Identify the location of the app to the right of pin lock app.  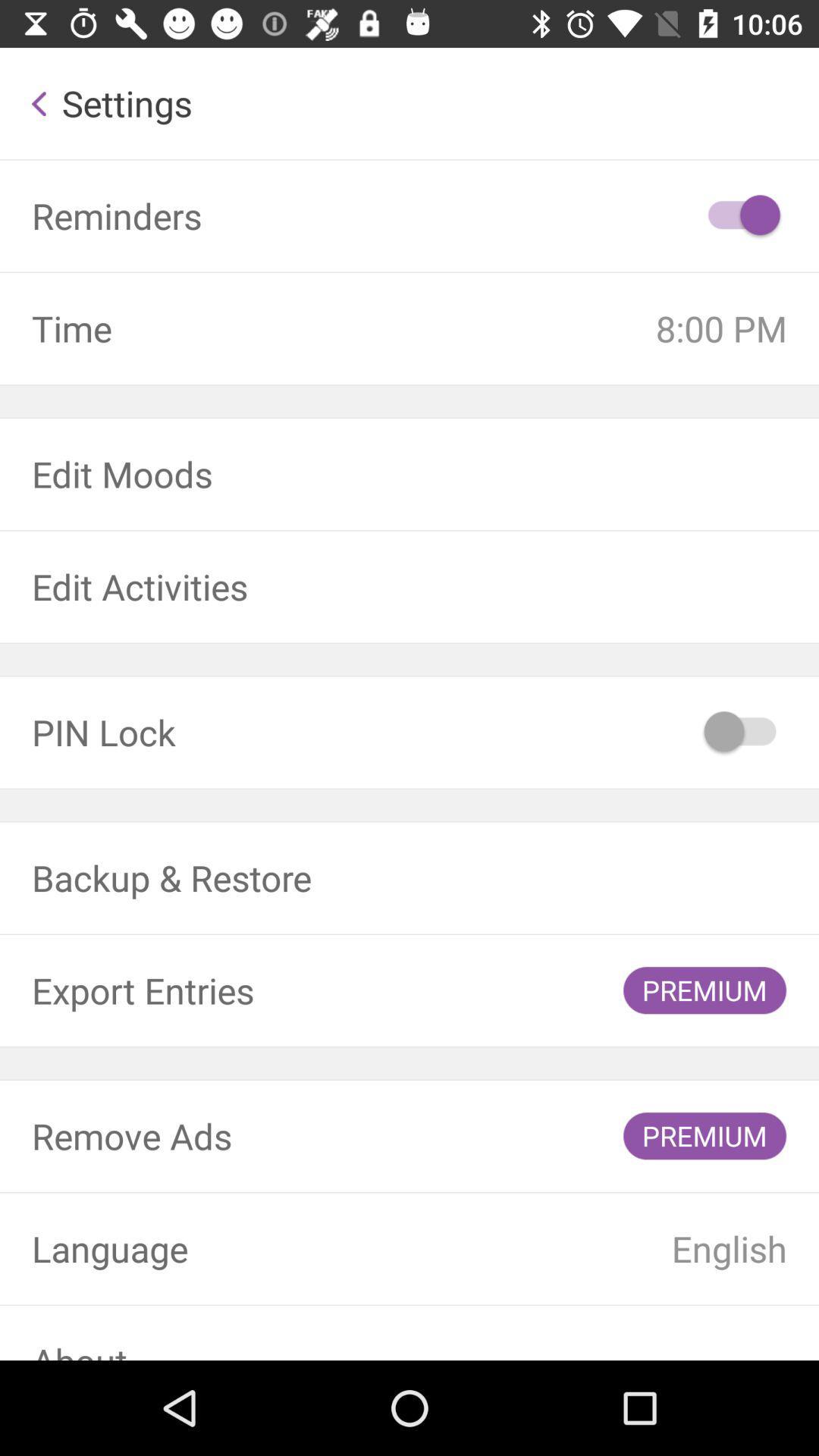
(741, 732).